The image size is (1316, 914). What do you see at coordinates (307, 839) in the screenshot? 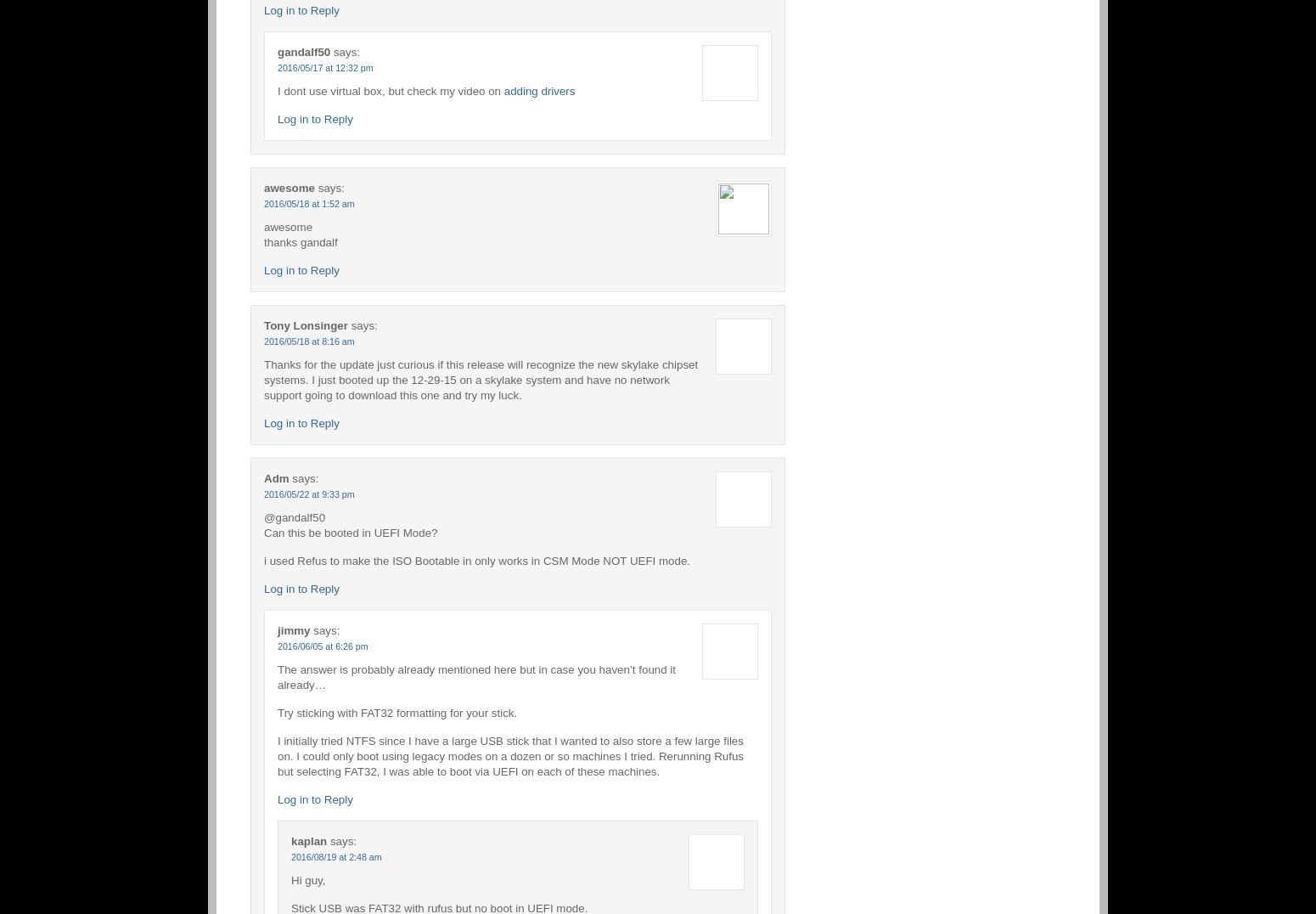
I see `'kaplan'` at bounding box center [307, 839].